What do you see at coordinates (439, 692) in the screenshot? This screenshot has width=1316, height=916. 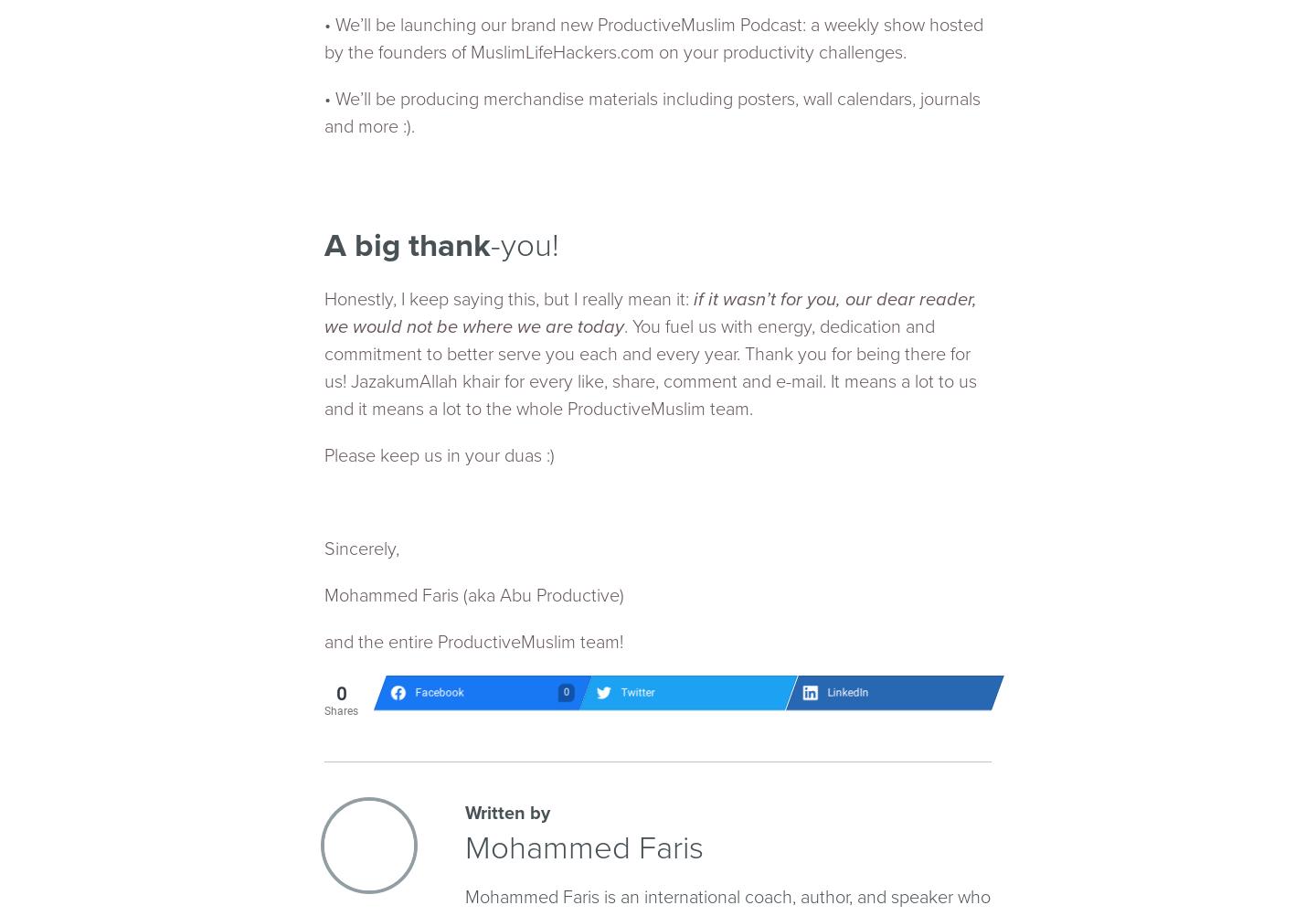 I see `'Facebook'` at bounding box center [439, 692].